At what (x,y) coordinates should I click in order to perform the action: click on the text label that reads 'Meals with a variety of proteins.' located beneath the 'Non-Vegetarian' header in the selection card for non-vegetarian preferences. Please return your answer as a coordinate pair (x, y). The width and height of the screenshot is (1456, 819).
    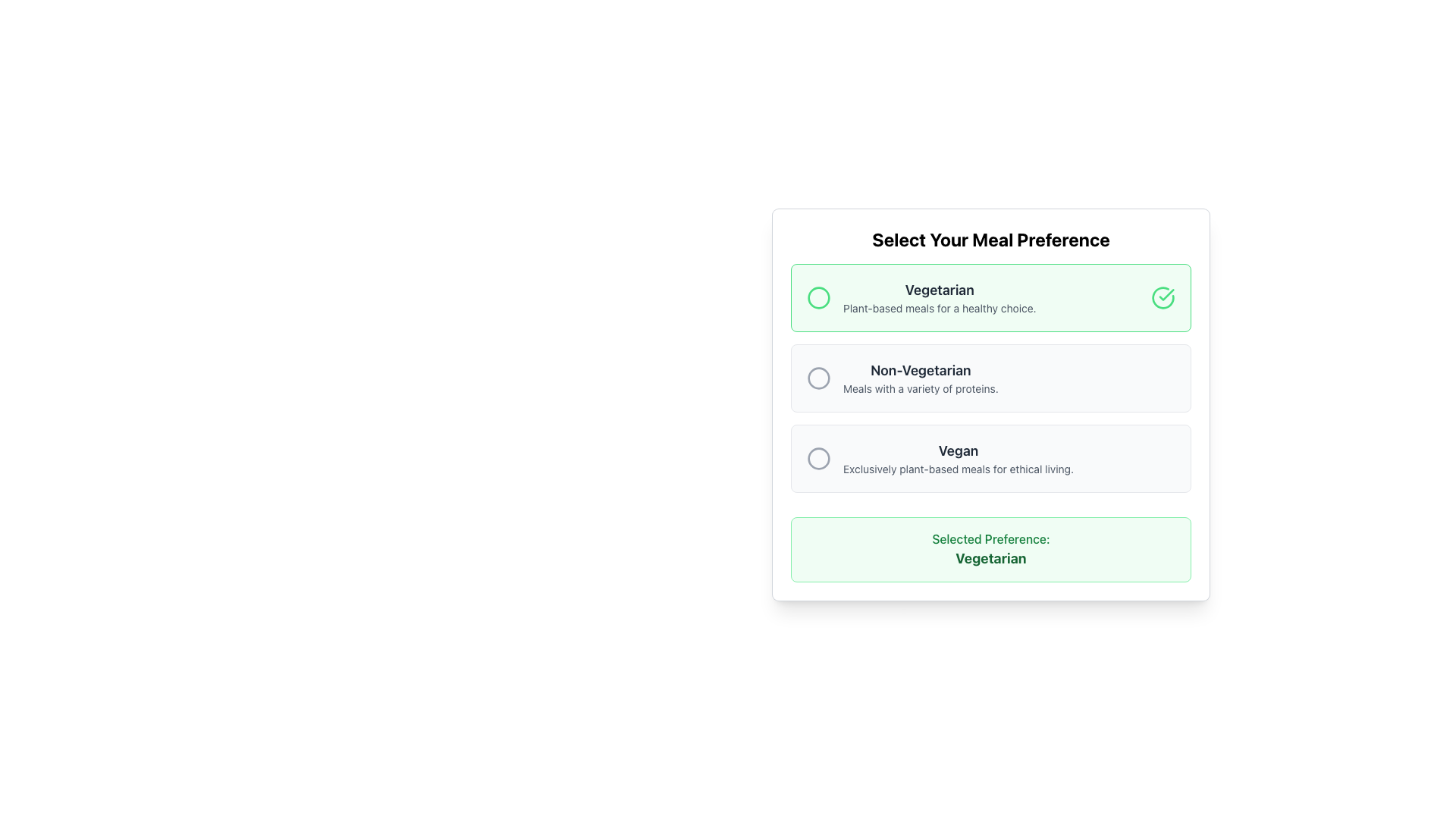
    Looking at the image, I should click on (920, 388).